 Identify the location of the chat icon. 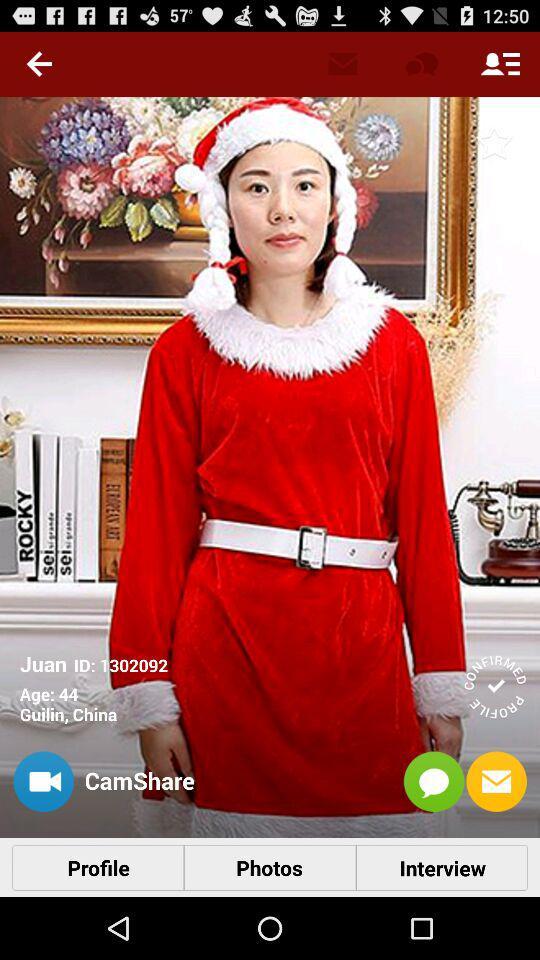
(434, 836).